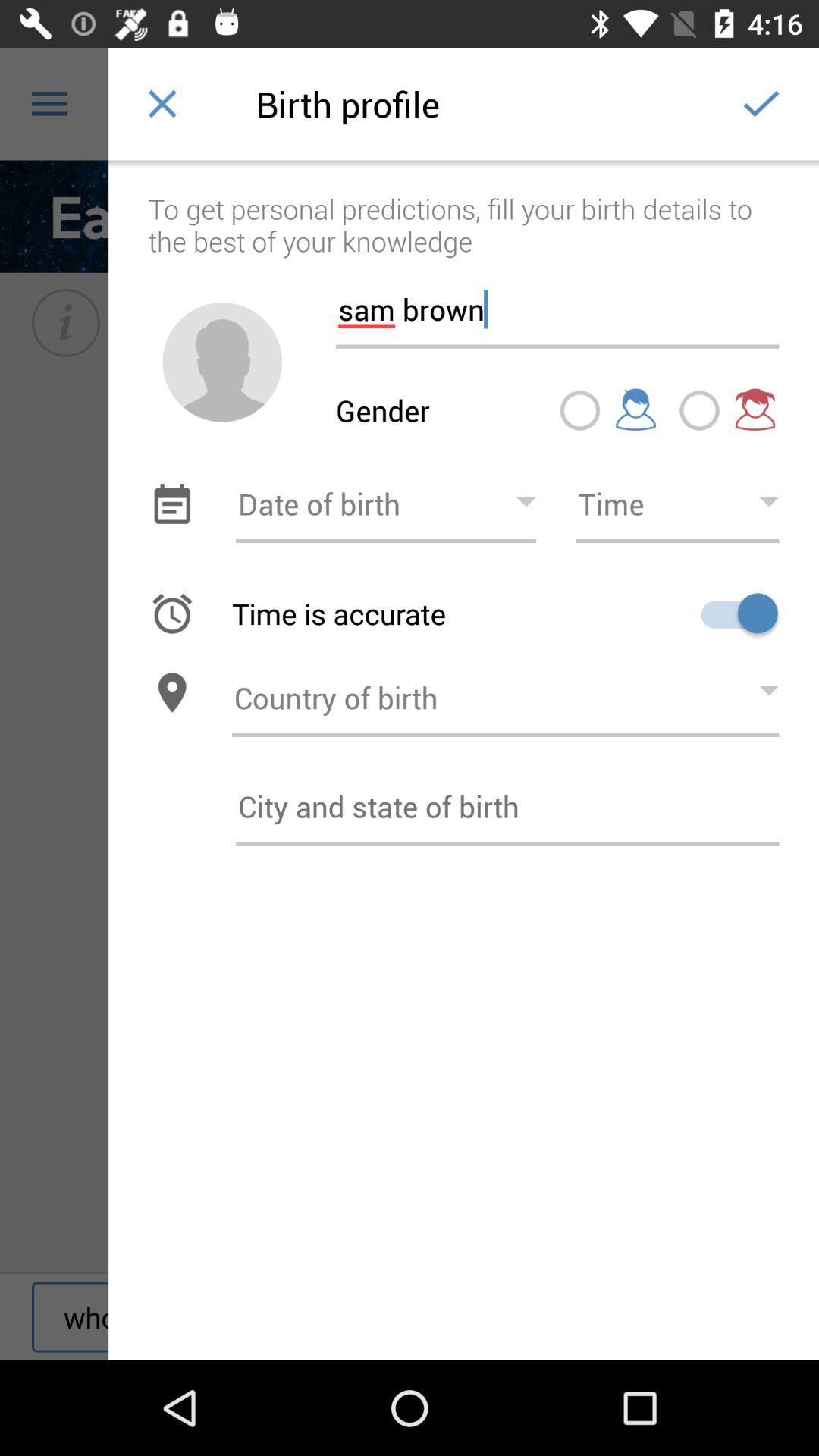 This screenshot has height=1456, width=819. I want to click on date of birth button, so click(385, 504).